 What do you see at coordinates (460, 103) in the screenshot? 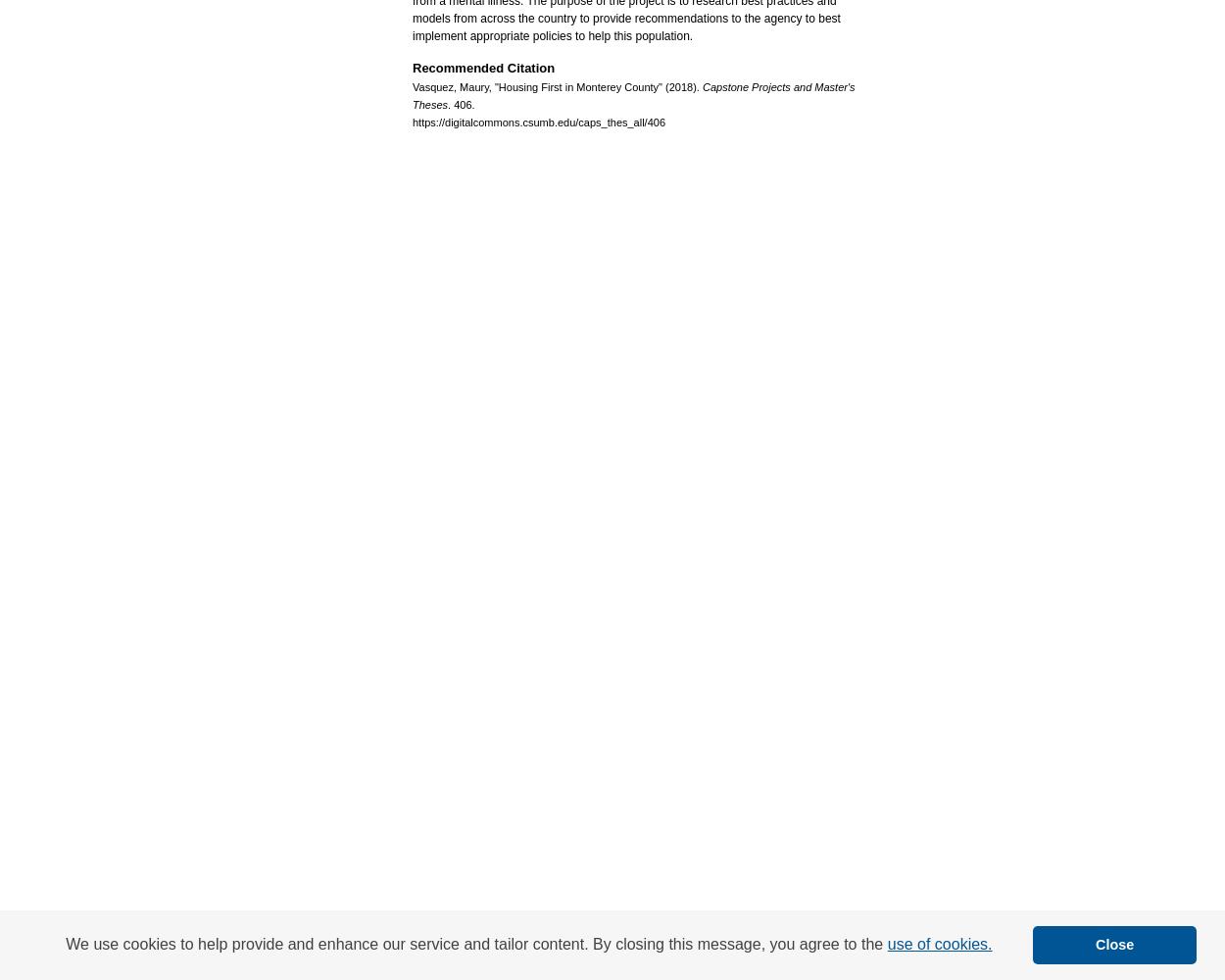
I see `'.  406.'` at bounding box center [460, 103].